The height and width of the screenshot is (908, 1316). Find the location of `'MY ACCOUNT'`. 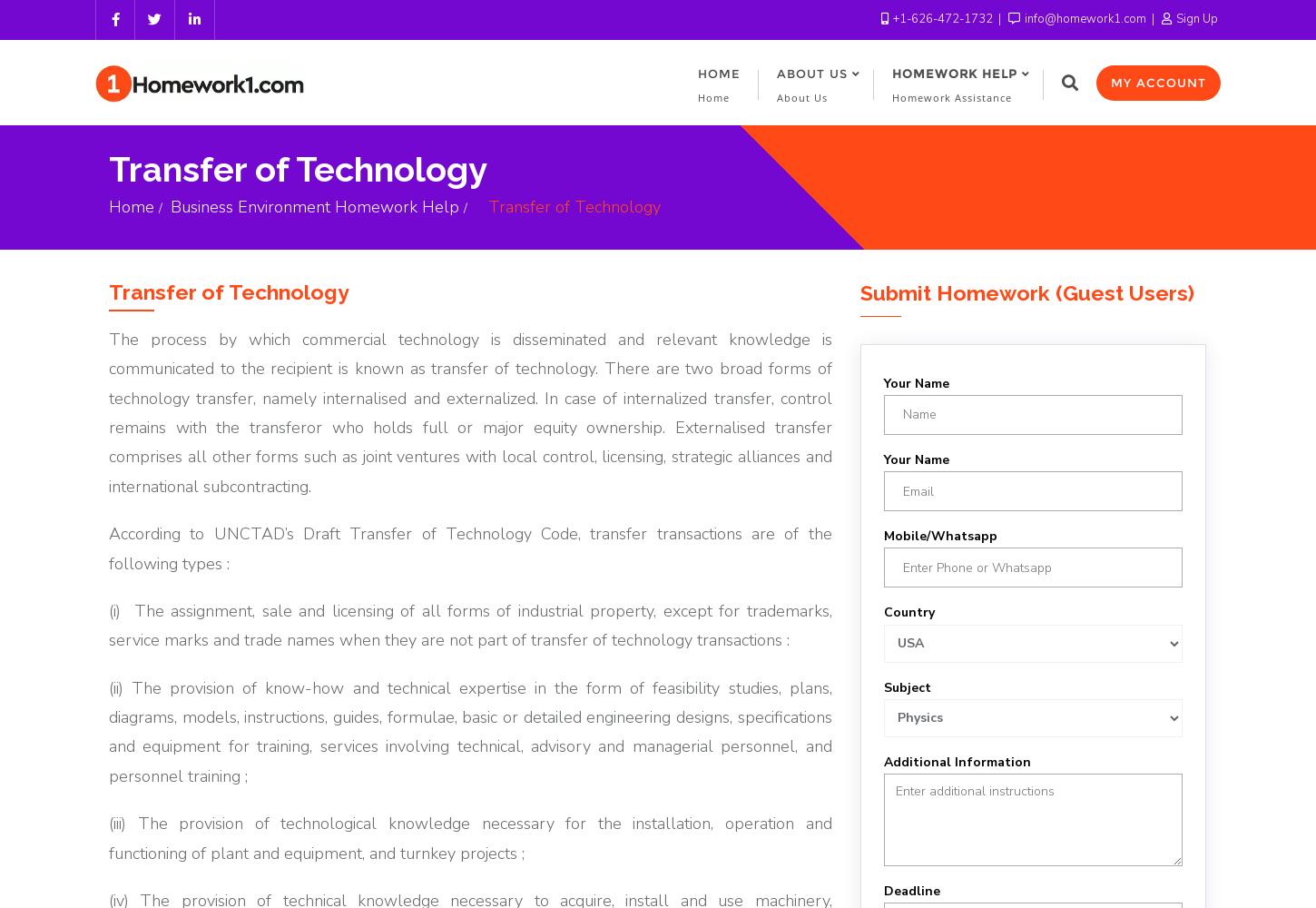

'MY ACCOUNT' is located at coordinates (1158, 82).